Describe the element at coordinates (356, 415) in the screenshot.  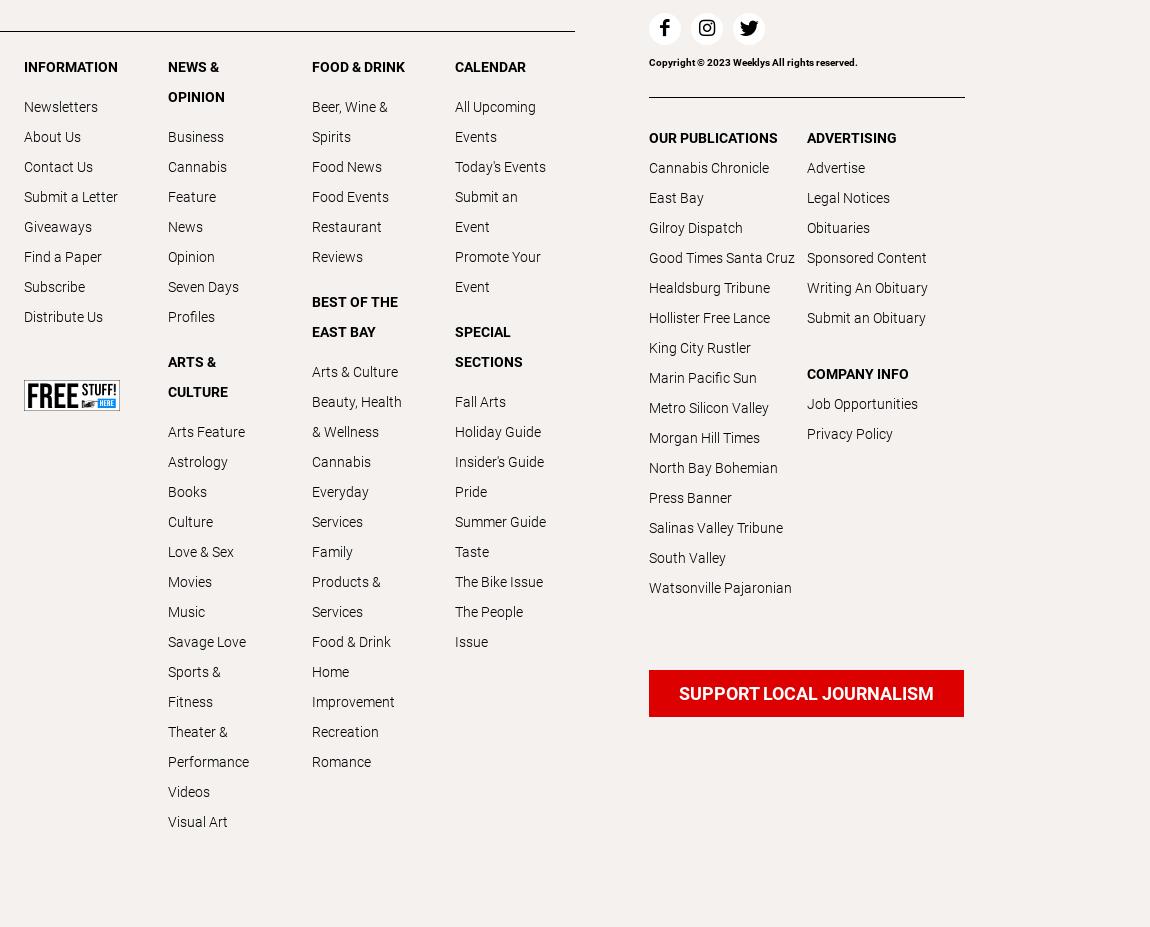
I see `'Beauty, Health & Wellness'` at that location.